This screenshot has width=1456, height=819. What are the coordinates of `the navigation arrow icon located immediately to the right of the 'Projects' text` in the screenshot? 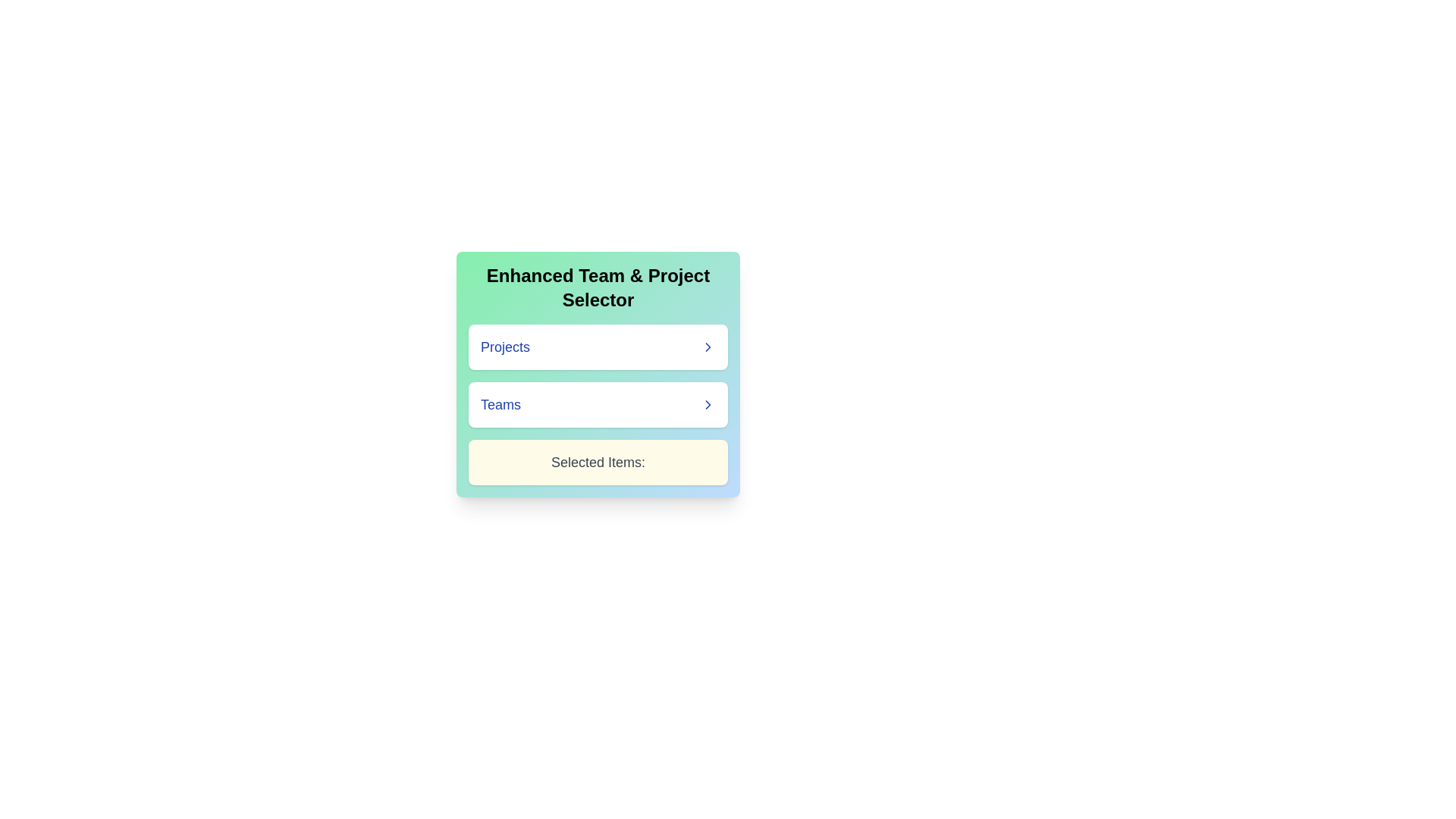 It's located at (708, 347).